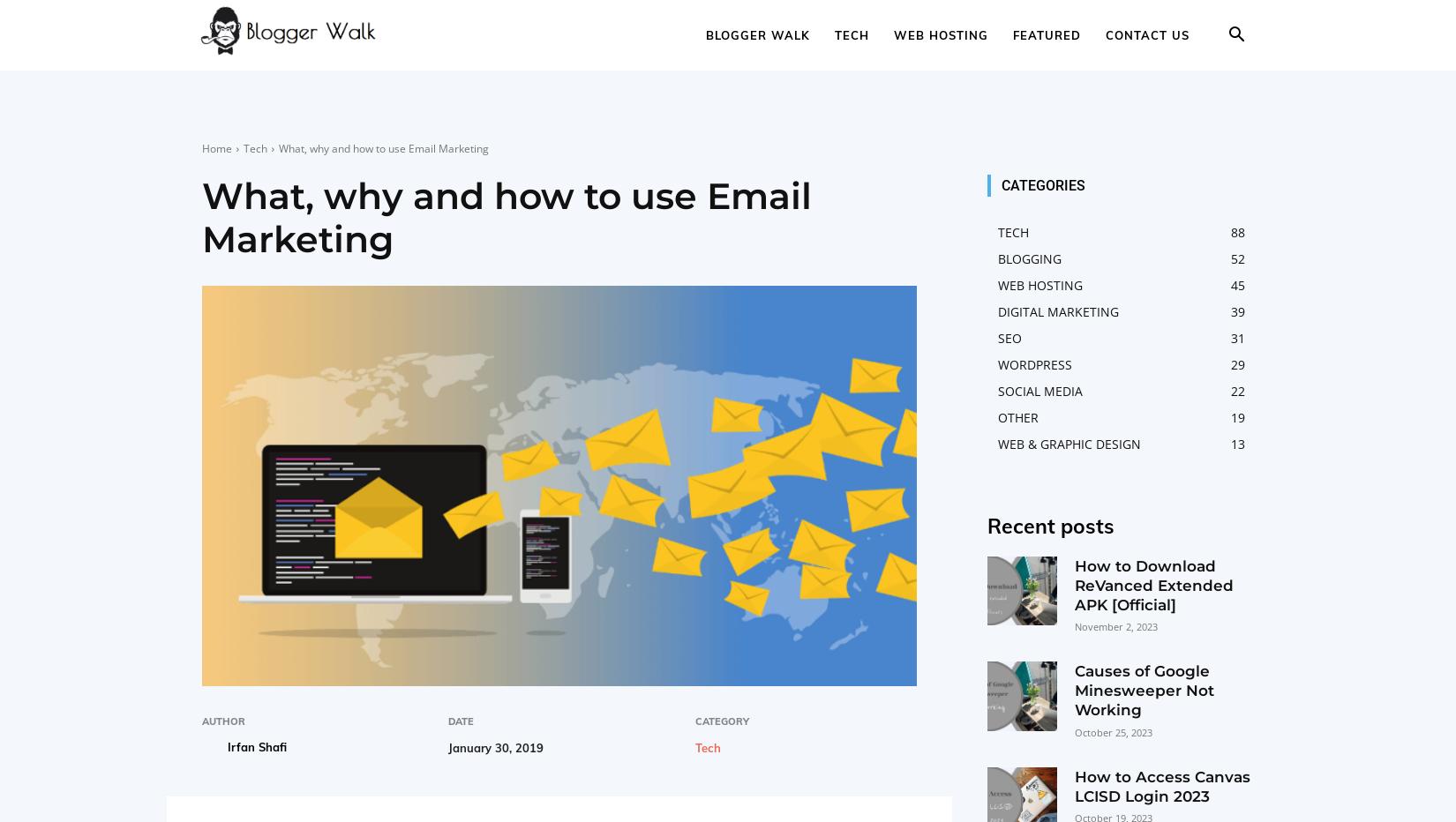 Image resolution: width=1456 pixels, height=822 pixels. Describe the element at coordinates (1069, 443) in the screenshot. I see `'Web & Graphic Design'` at that location.